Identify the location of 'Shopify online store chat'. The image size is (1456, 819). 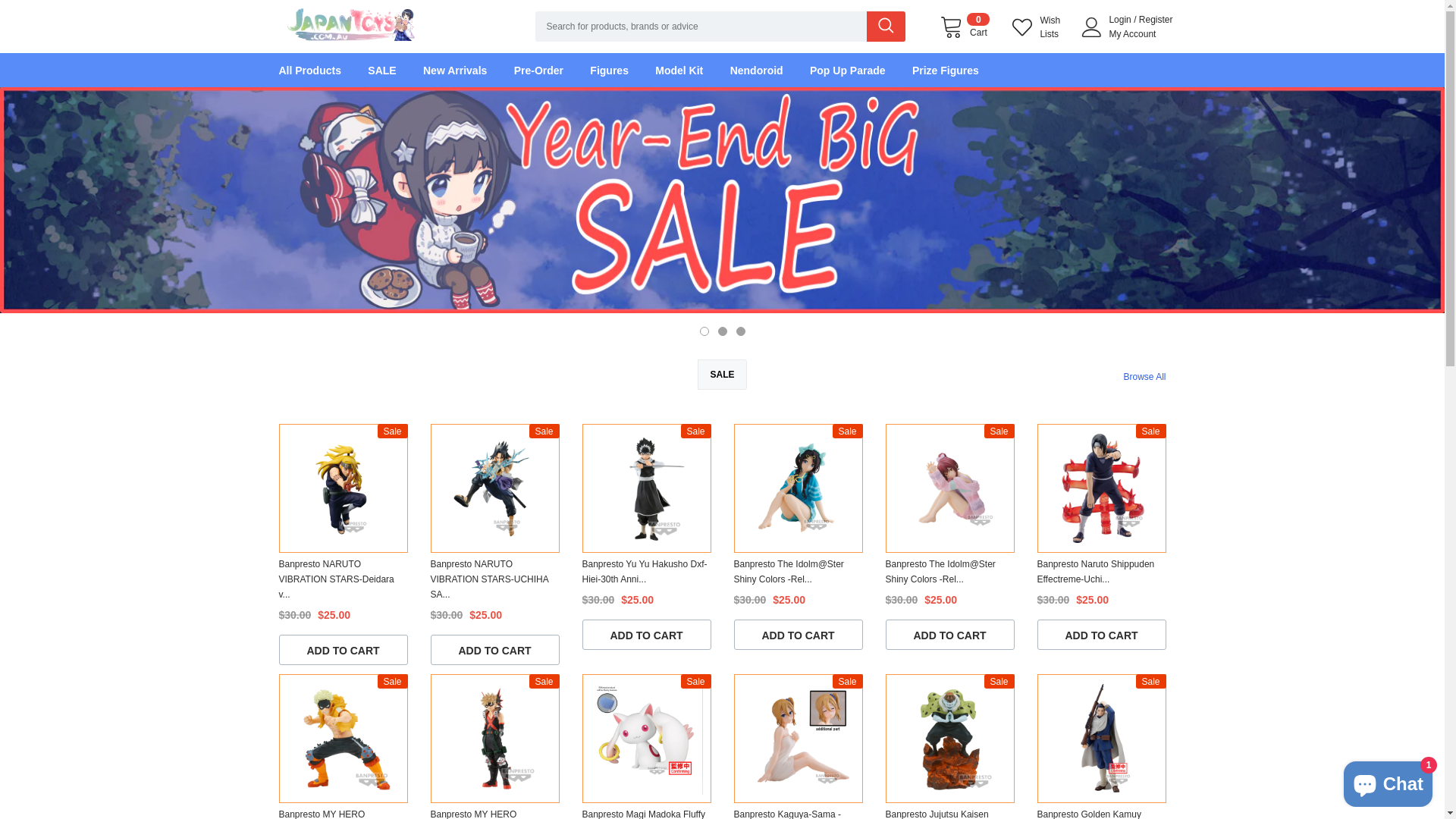
(1388, 780).